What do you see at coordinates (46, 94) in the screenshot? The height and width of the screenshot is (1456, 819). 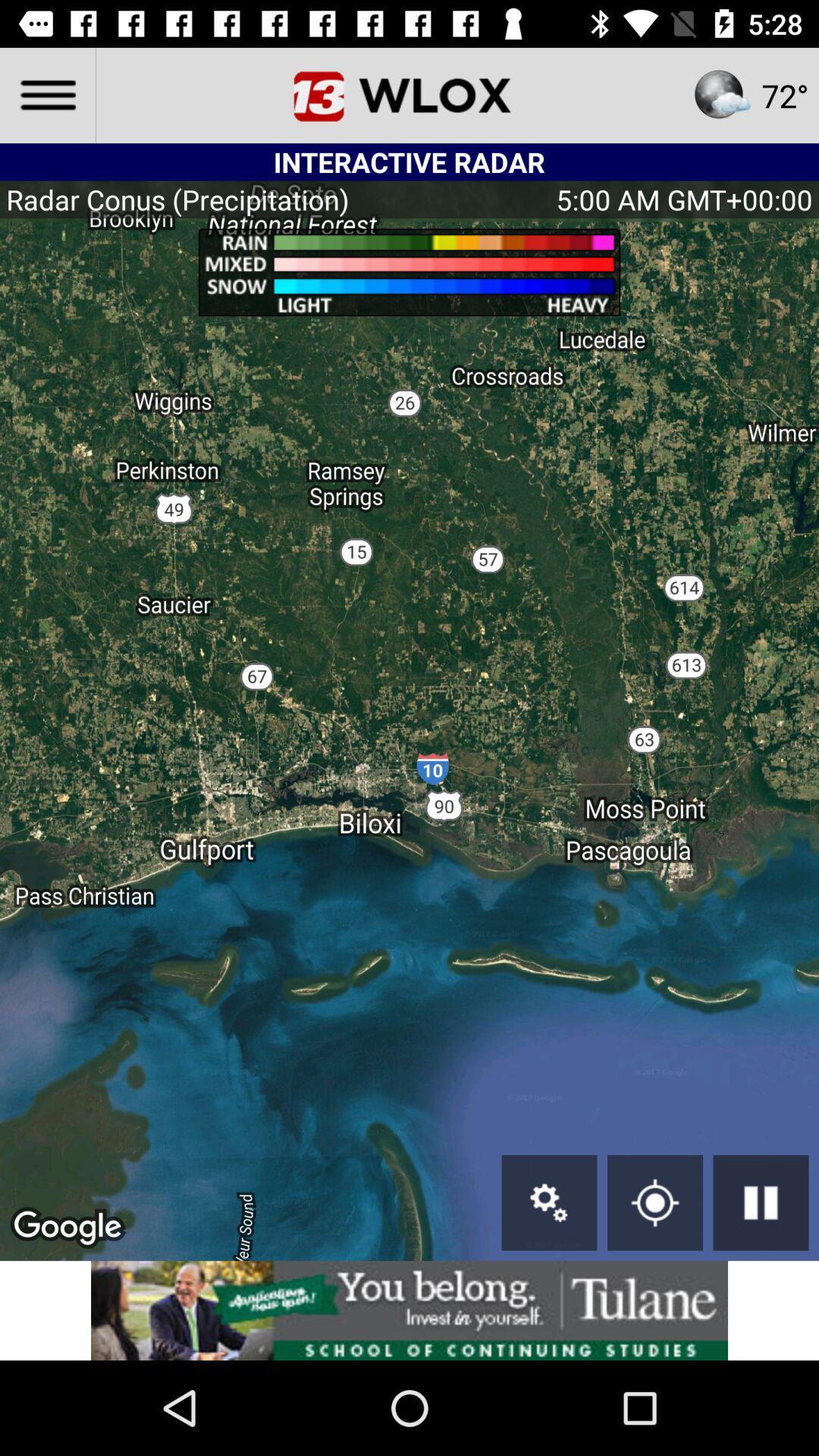 I see `the menu icon` at bounding box center [46, 94].